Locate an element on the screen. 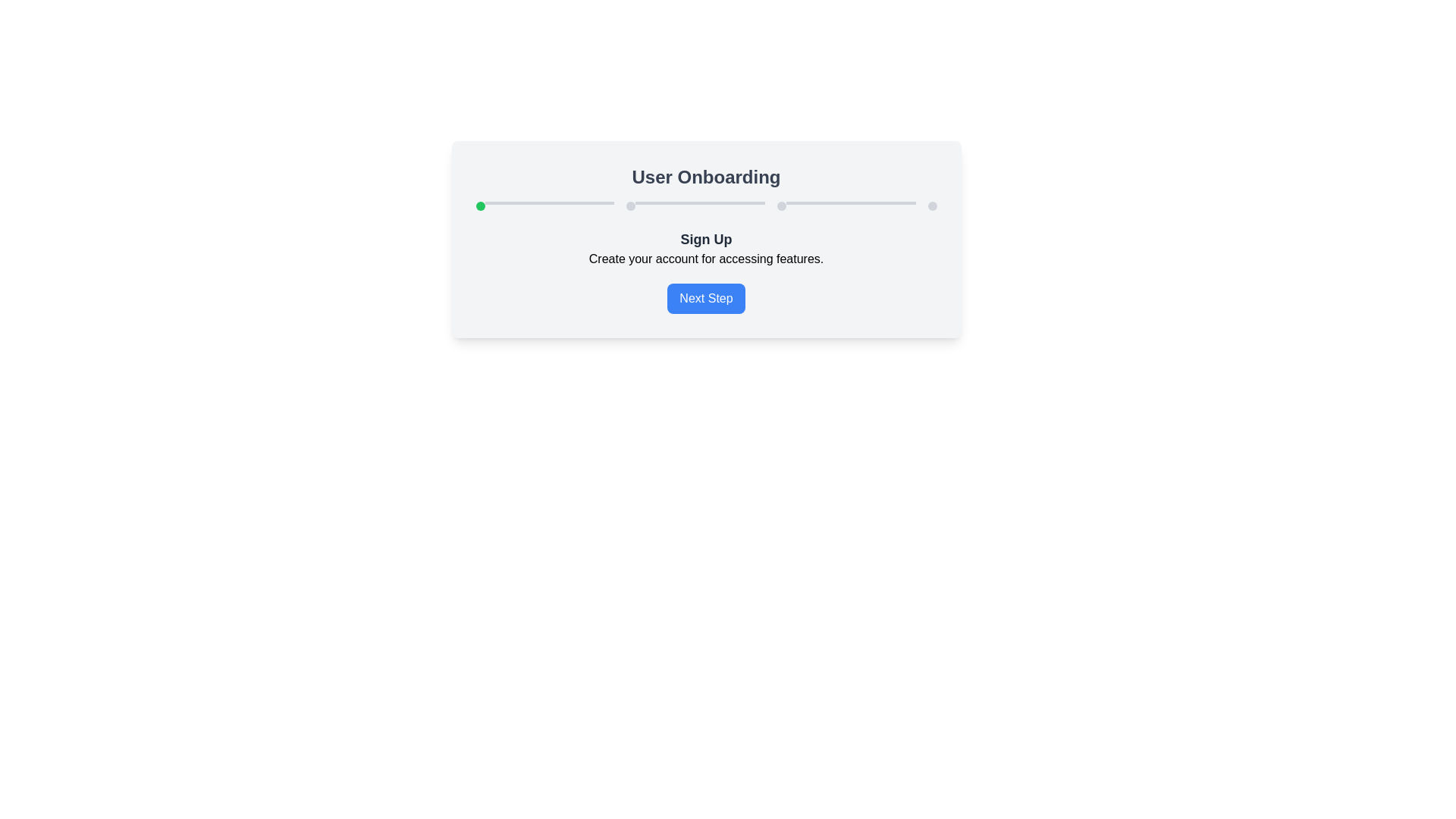 The image size is (1456, 819). the first circular status indicator, which is green and represents the active step in a multi-step process is located at coordinates (479, 206).